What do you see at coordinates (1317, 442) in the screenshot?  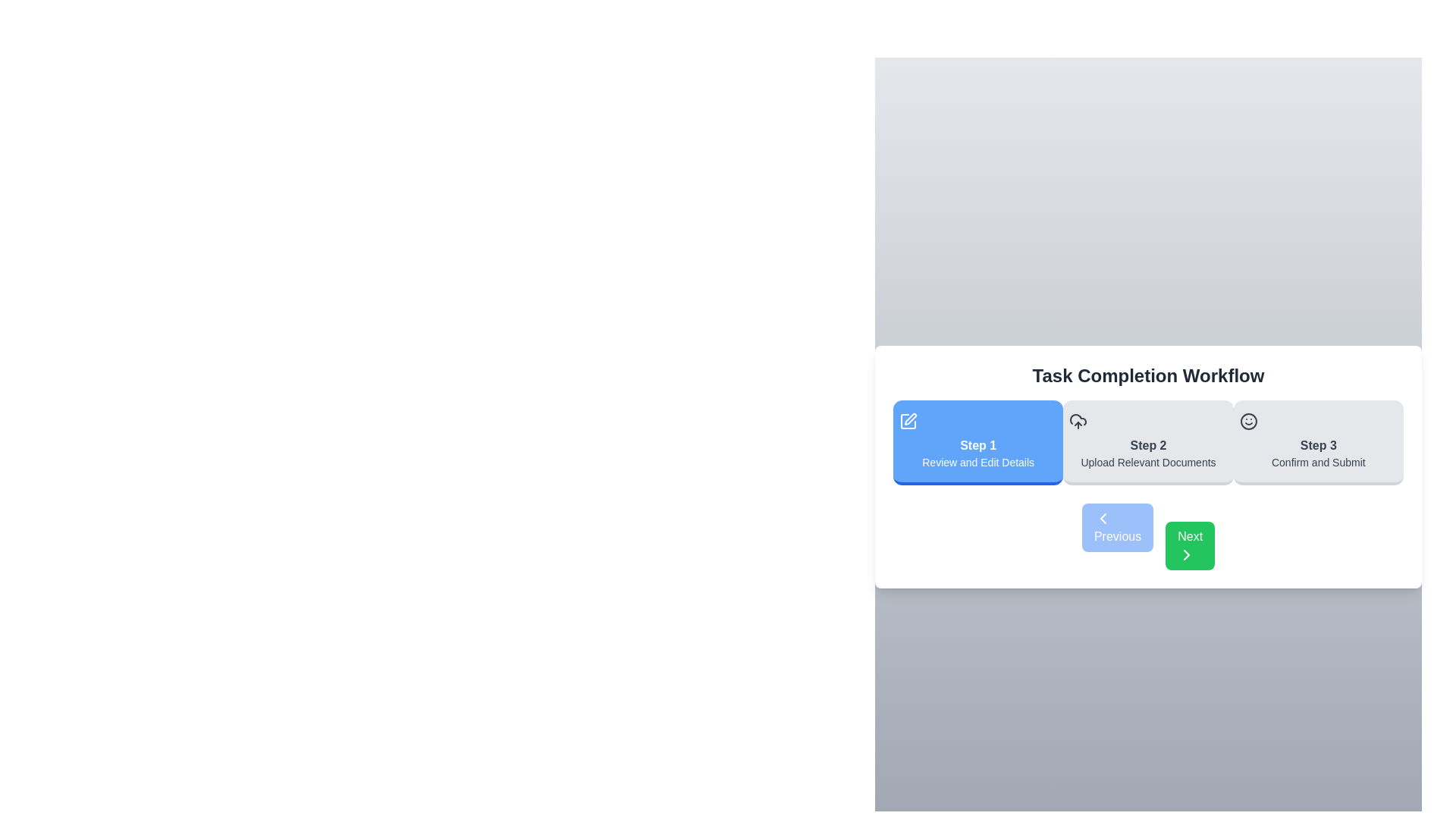 I see `the header of step 3 to navigate to that step` at bounding box center [1317, 442].